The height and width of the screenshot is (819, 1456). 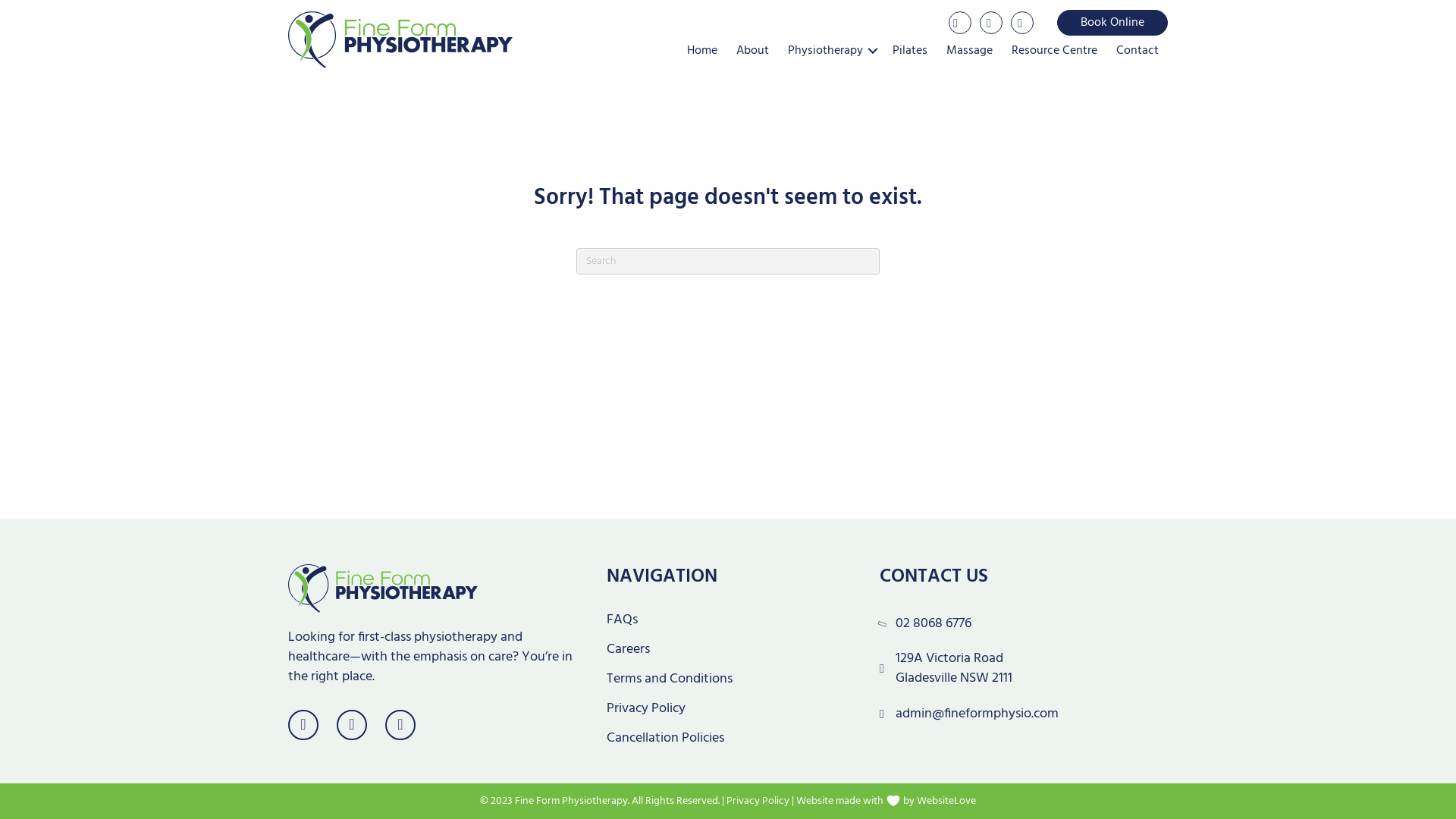 I want to click on 'Home', so click(x=701, y=49).